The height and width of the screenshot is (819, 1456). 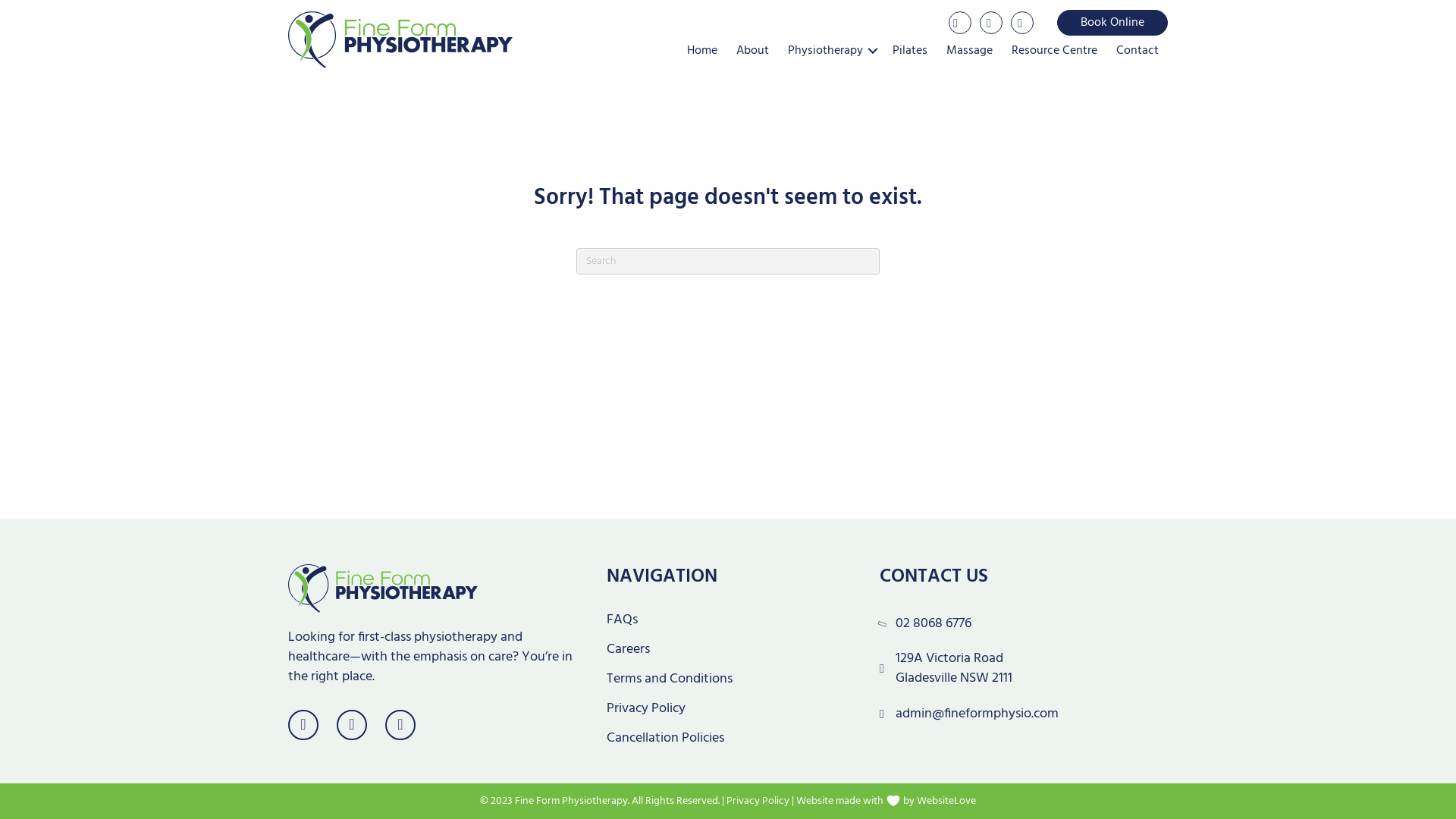 I want to click on 'Home', so click(x=701, y=49).